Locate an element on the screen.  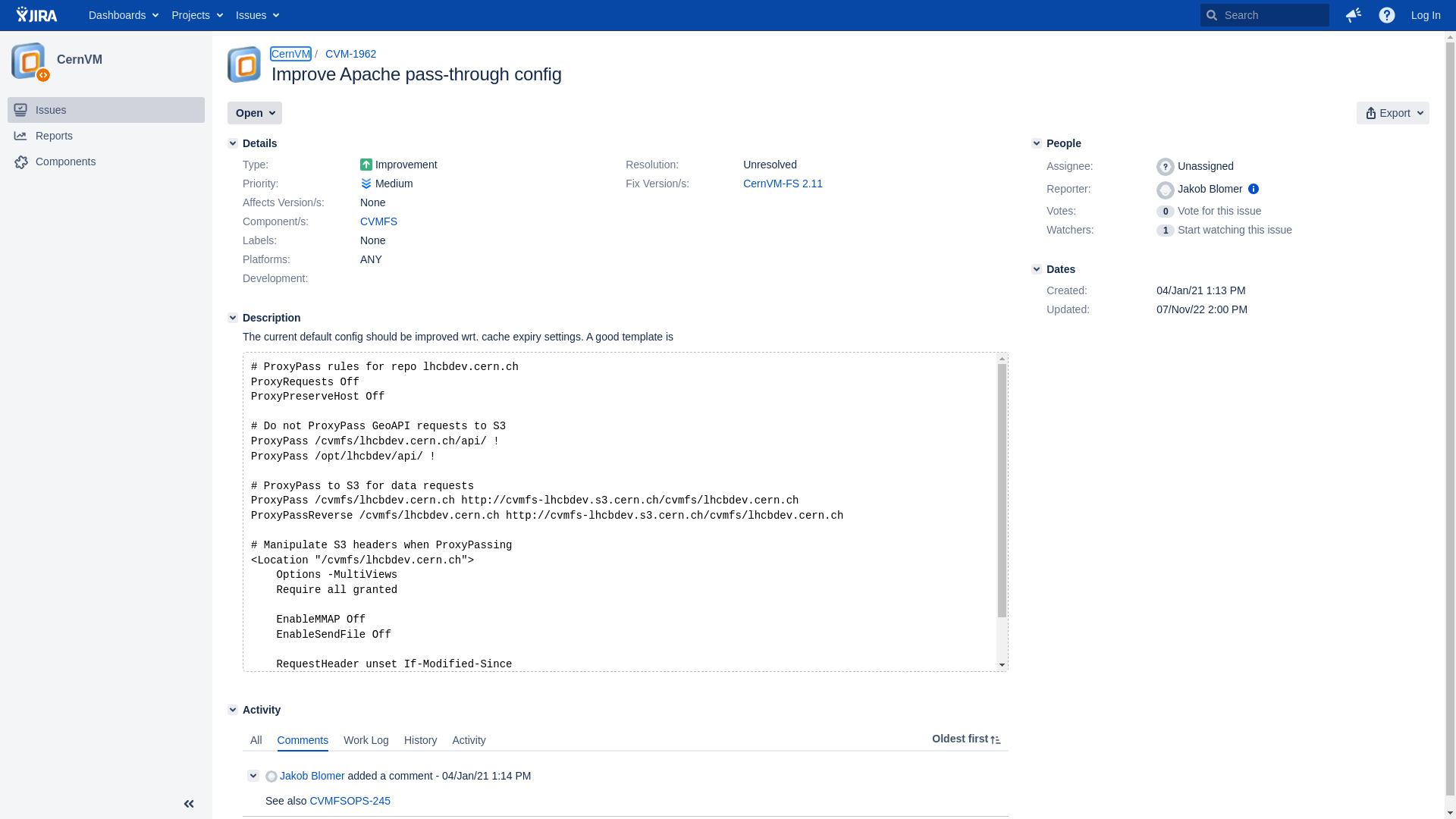
'Search ( Type '/' )' is located at coordinates (1264, 14).